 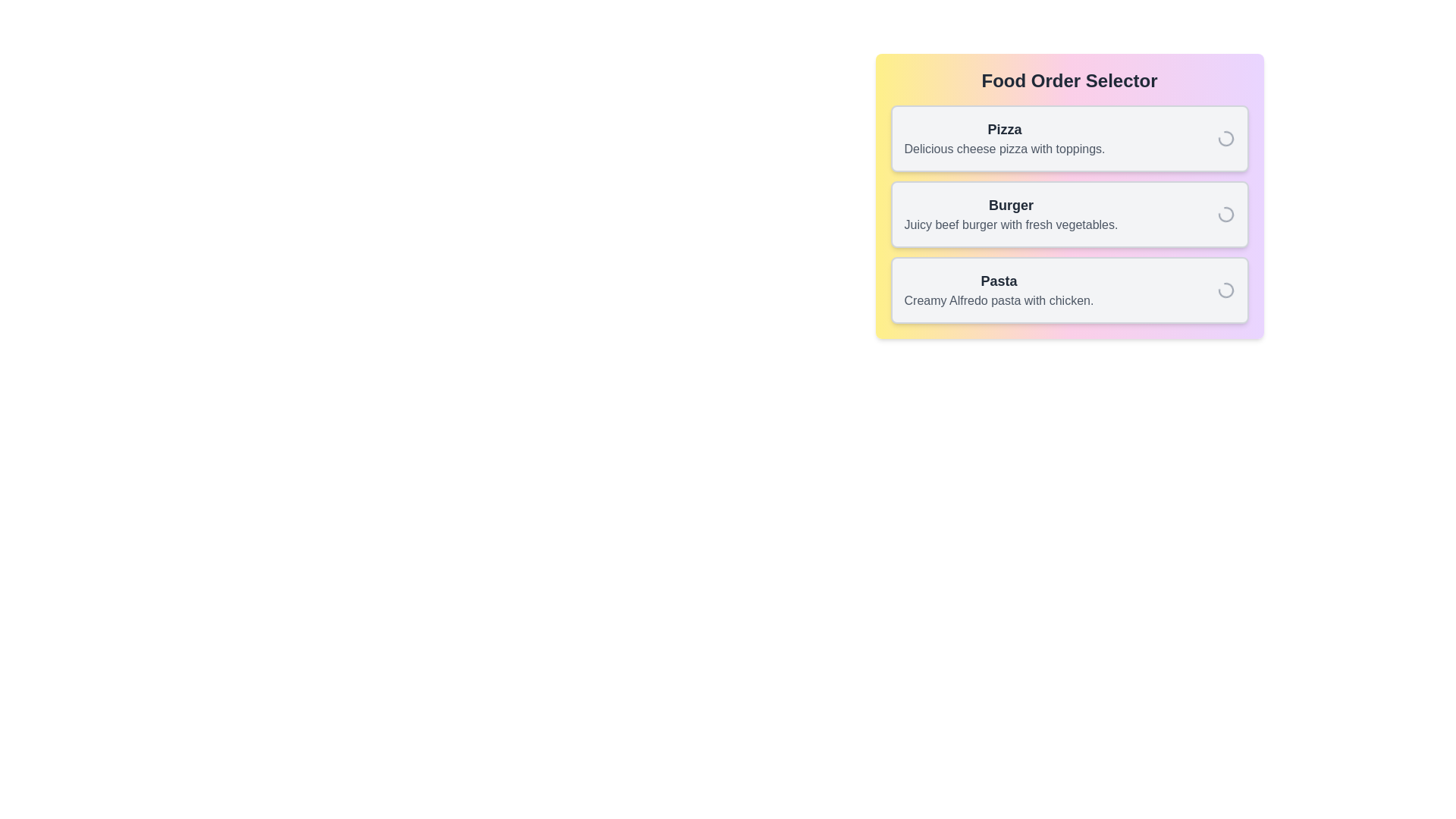 What do you see at coordinates (1068, 138) in the screenshot?
I see `the food item Pizza` at bounding box center [1068, 138].